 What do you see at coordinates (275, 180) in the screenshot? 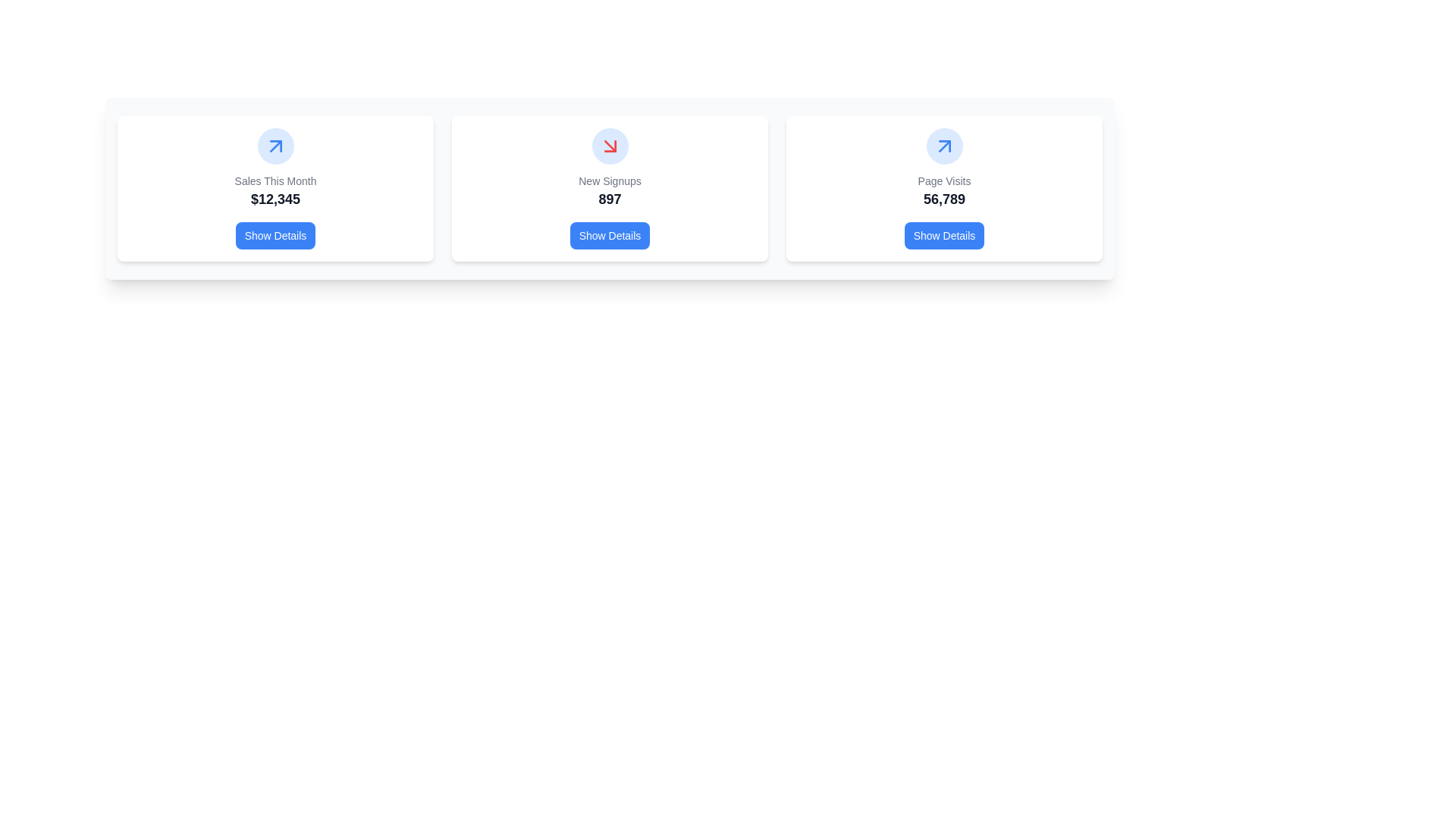
I see `the static text label indicating the context of the sales data for the current month, located in the leftmost card above the '$12,345' text` at bounding box center [275, 180].